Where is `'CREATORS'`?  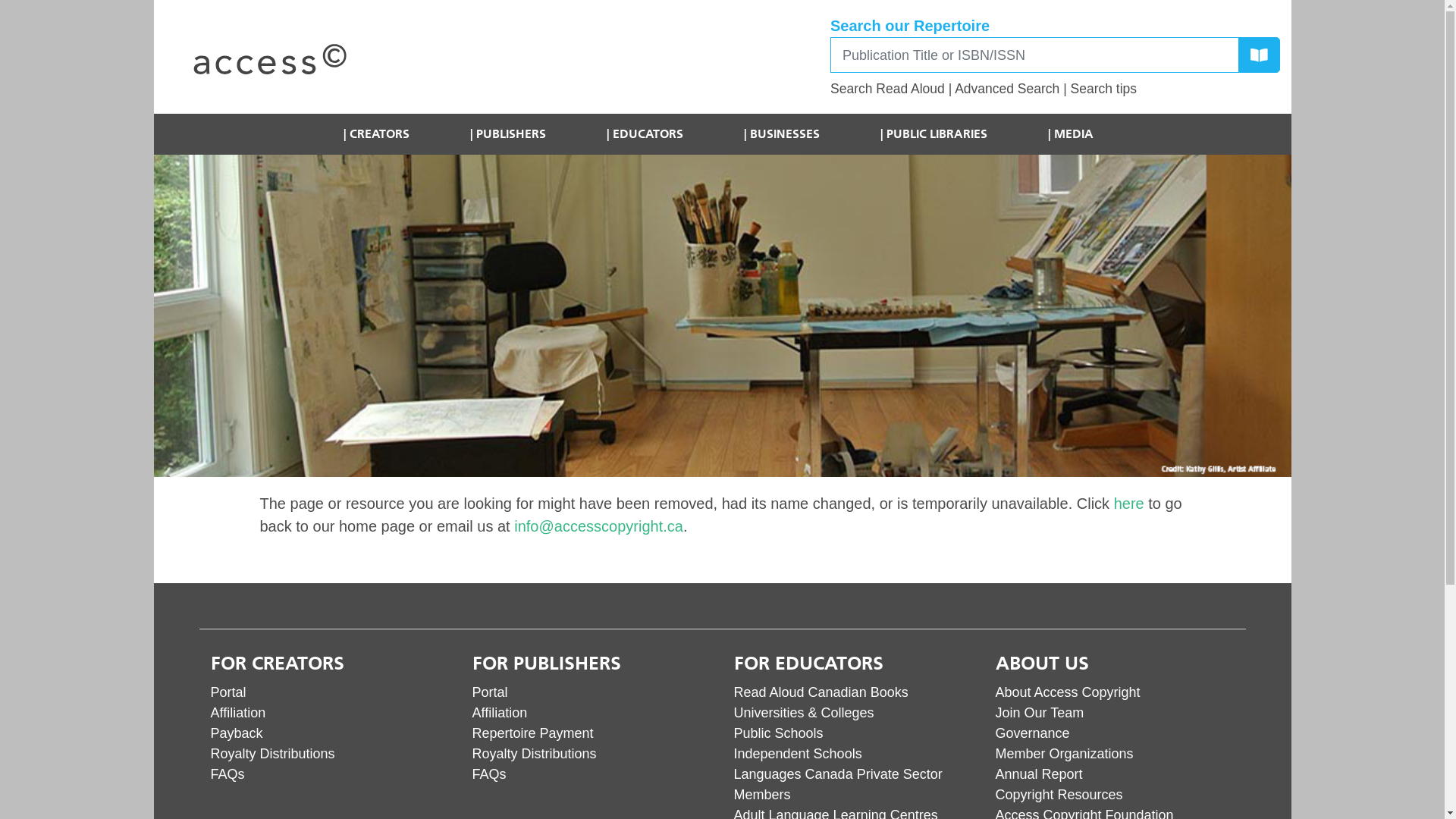 'CREATORS' is located at coordinates (376, 133).